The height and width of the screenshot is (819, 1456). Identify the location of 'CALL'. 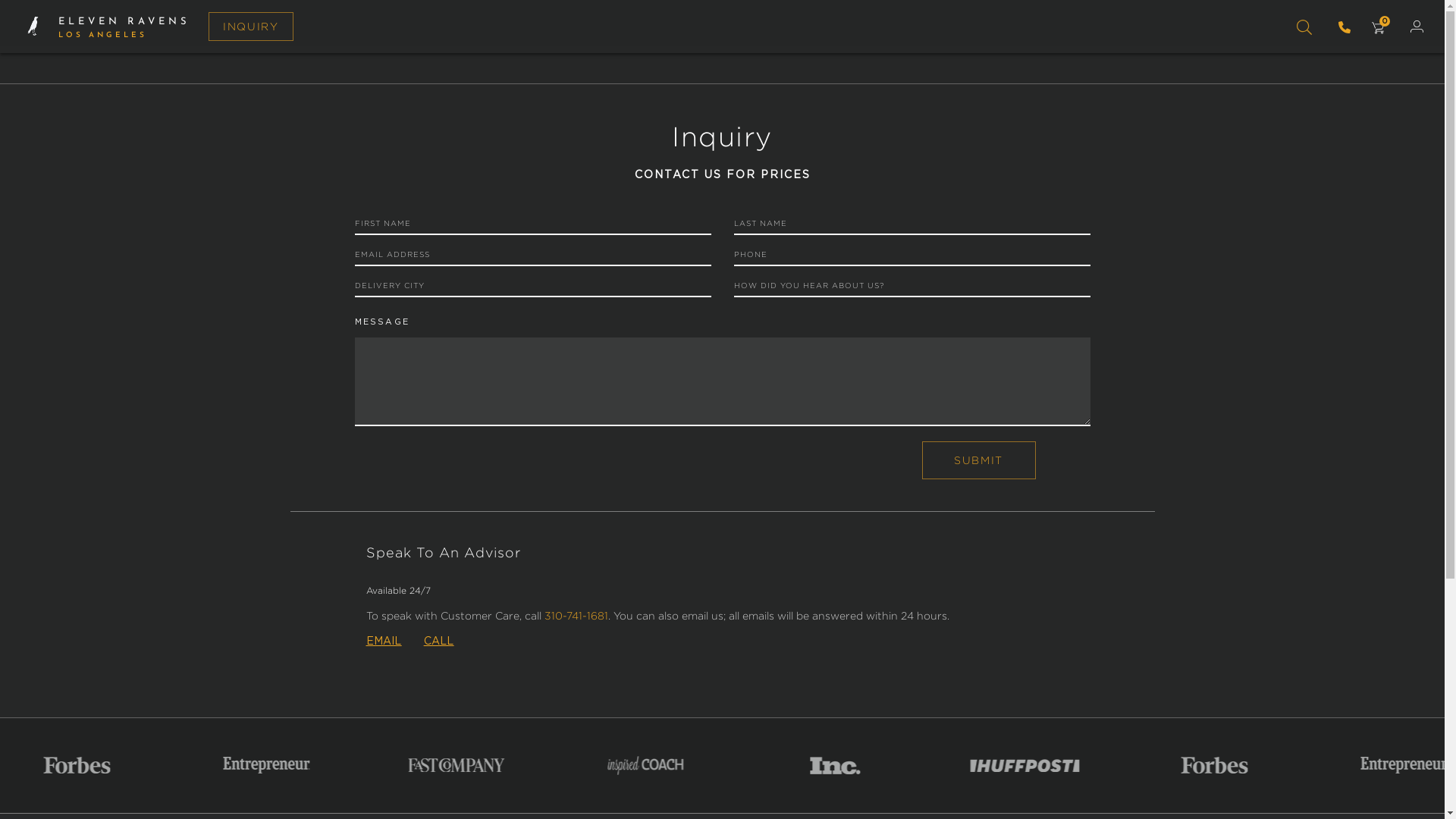
(423, 641).